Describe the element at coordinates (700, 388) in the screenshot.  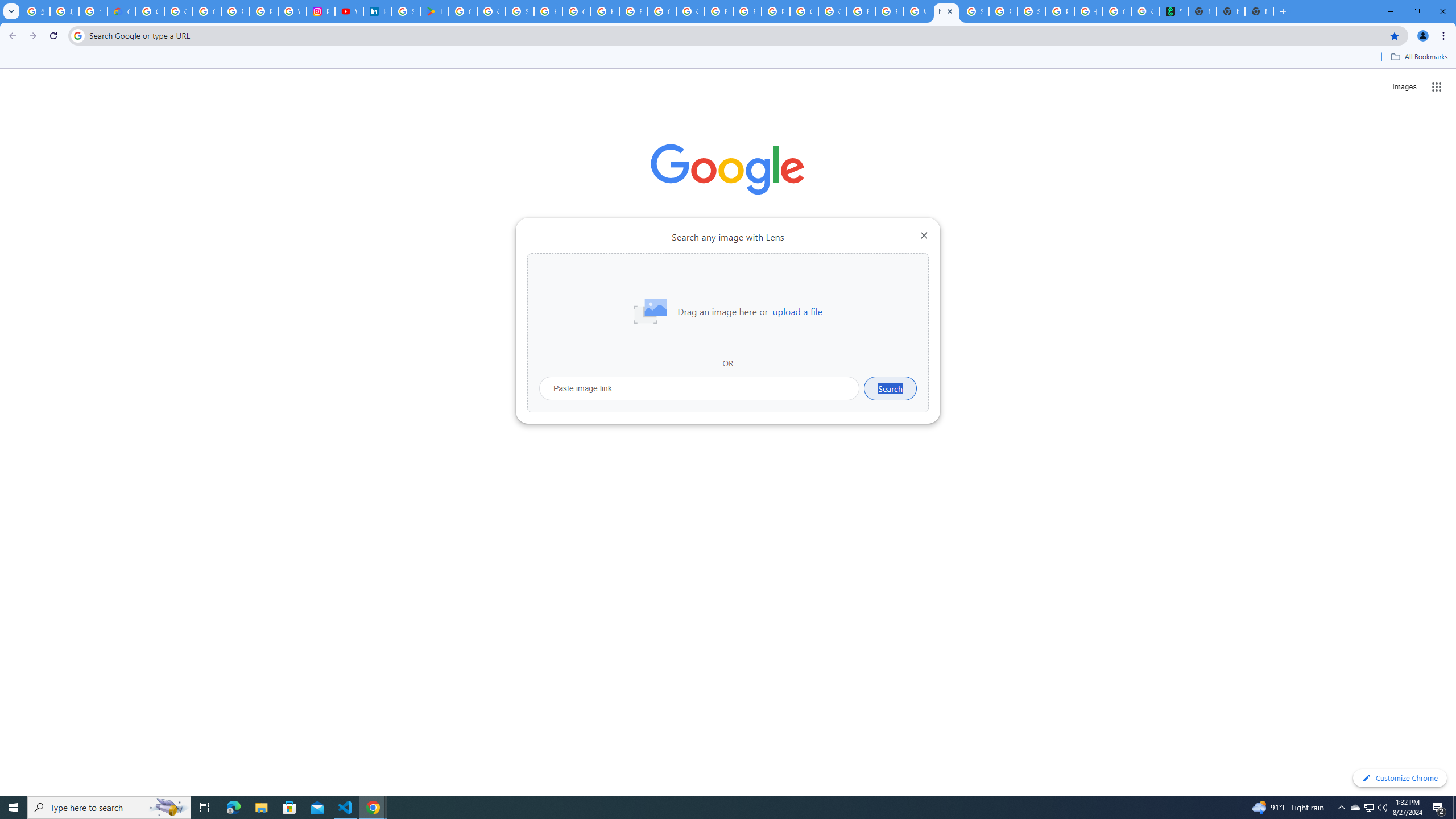
I see `'Paste image link'` at that location.